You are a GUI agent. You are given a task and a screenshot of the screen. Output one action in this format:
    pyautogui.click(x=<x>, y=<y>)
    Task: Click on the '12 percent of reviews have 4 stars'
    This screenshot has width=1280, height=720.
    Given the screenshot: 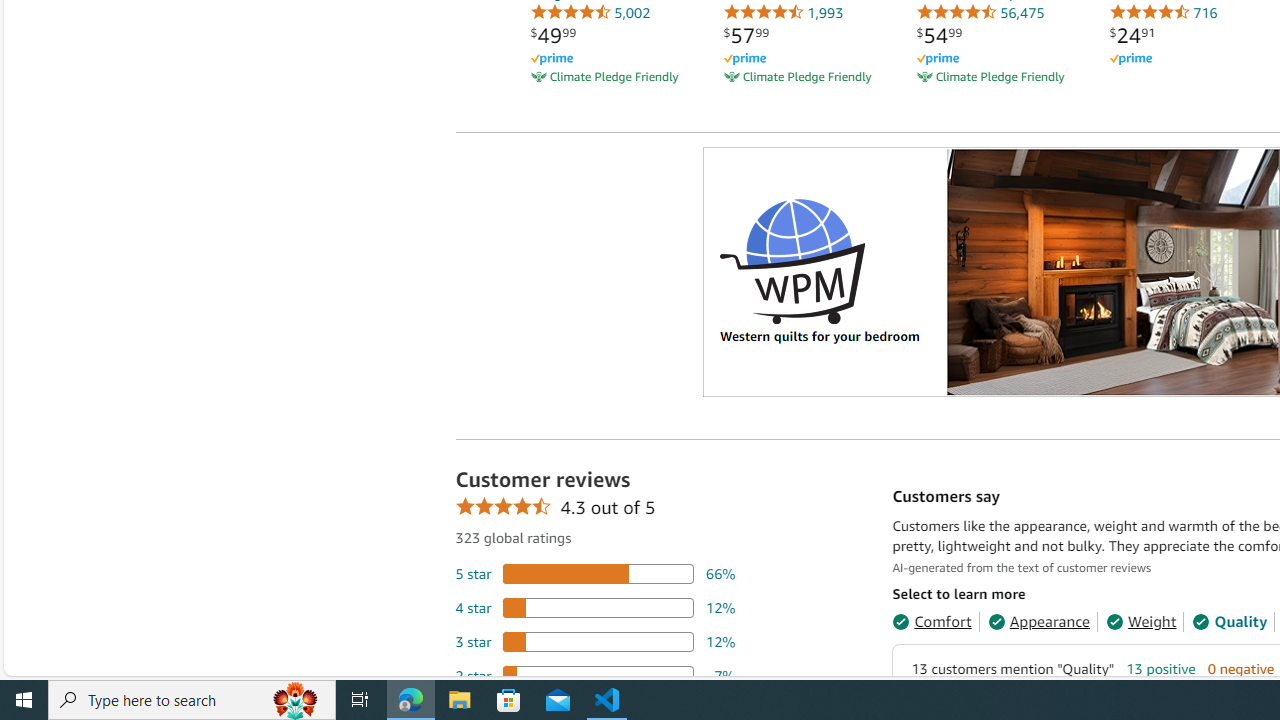 What is the action you would take?
    pyautogui.click(x=594, y=606)
    